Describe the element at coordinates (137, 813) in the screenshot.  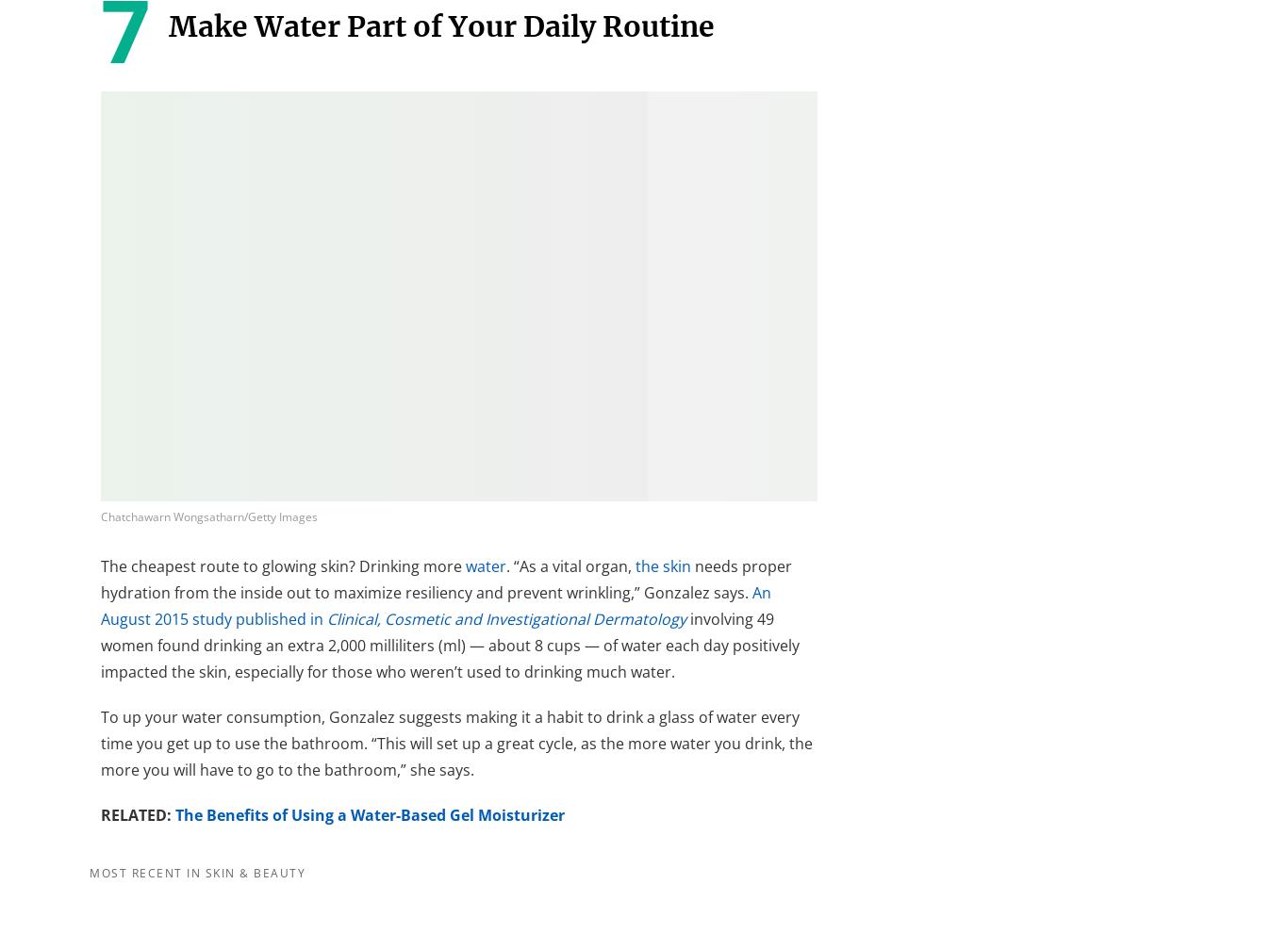
I see `'RELATED:'` at that location.